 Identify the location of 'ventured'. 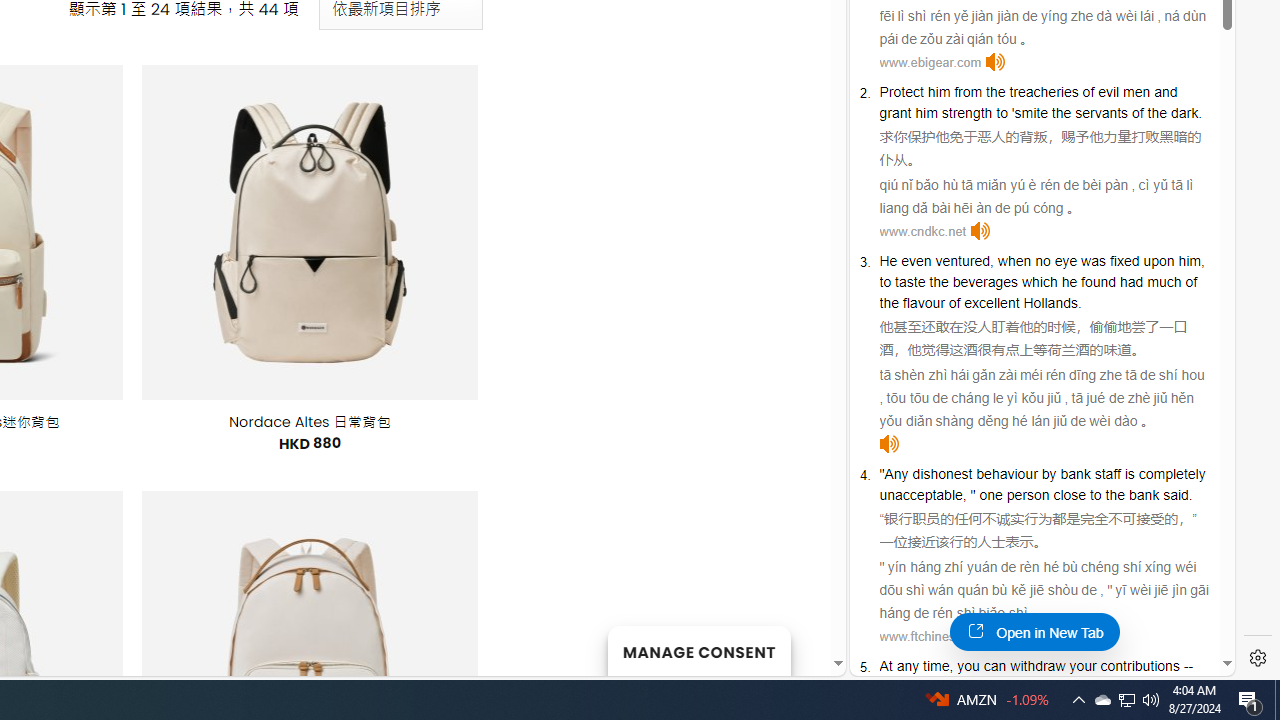
(962, 260).